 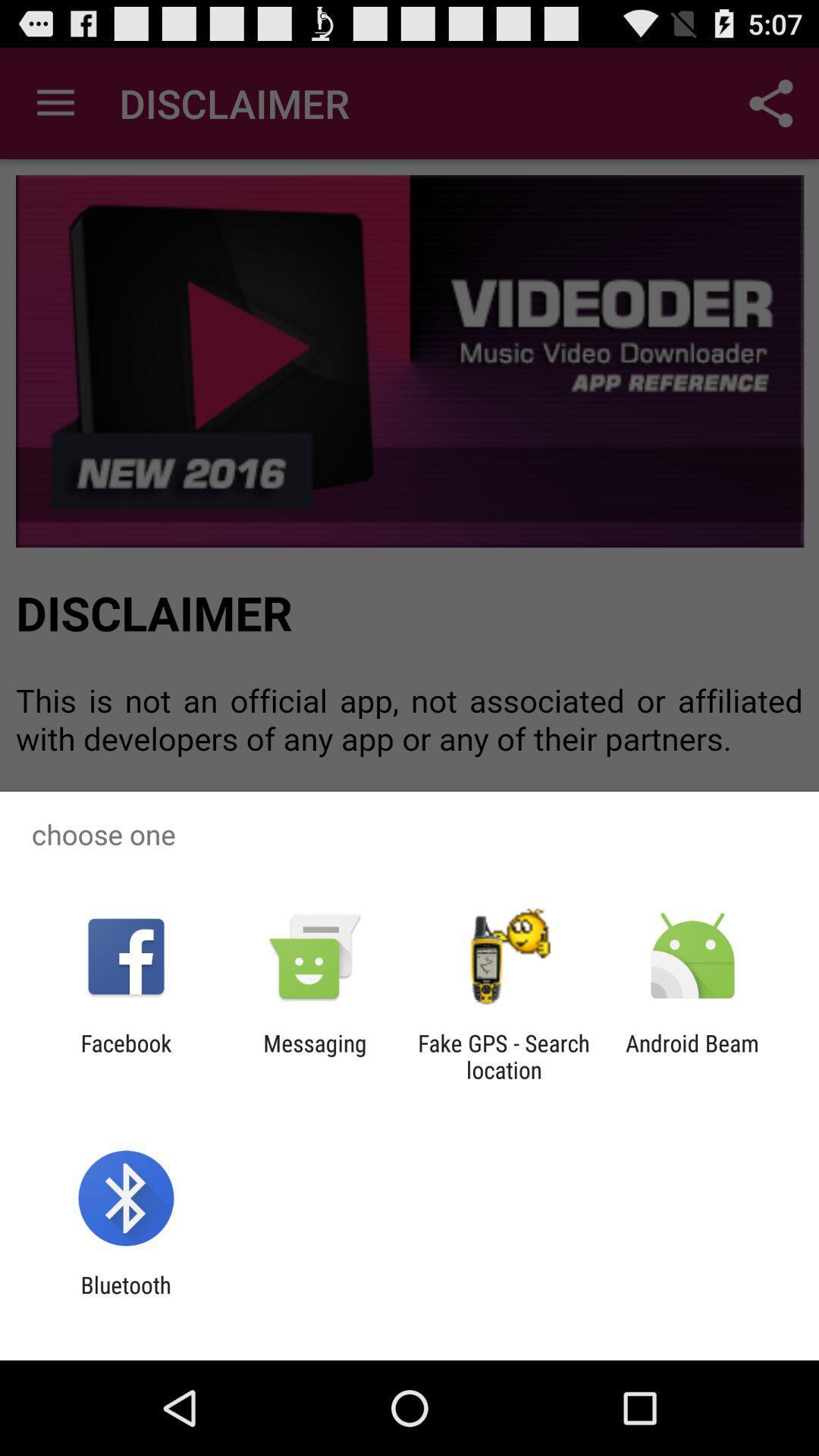 What do you see at coordinates (314, 1056) in the screenshot?
I see `the item to the left of the fake gps search icon` at bounding box center [314, 1056].